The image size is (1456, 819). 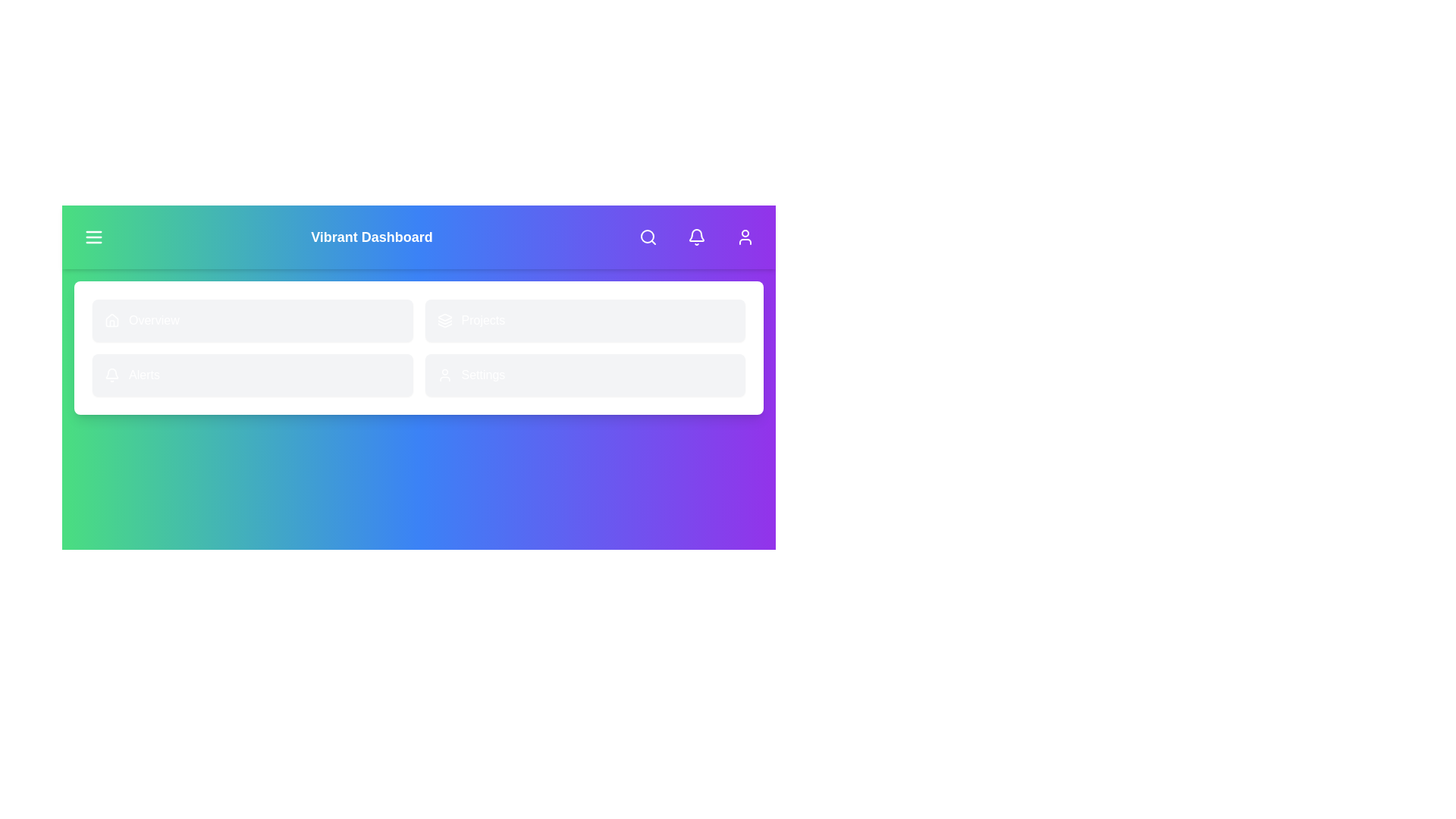 What do you see at coordinates (648, 237) in the screenshot?
I see `search button at the top right of the app bar` at bounding box center [648, 237].